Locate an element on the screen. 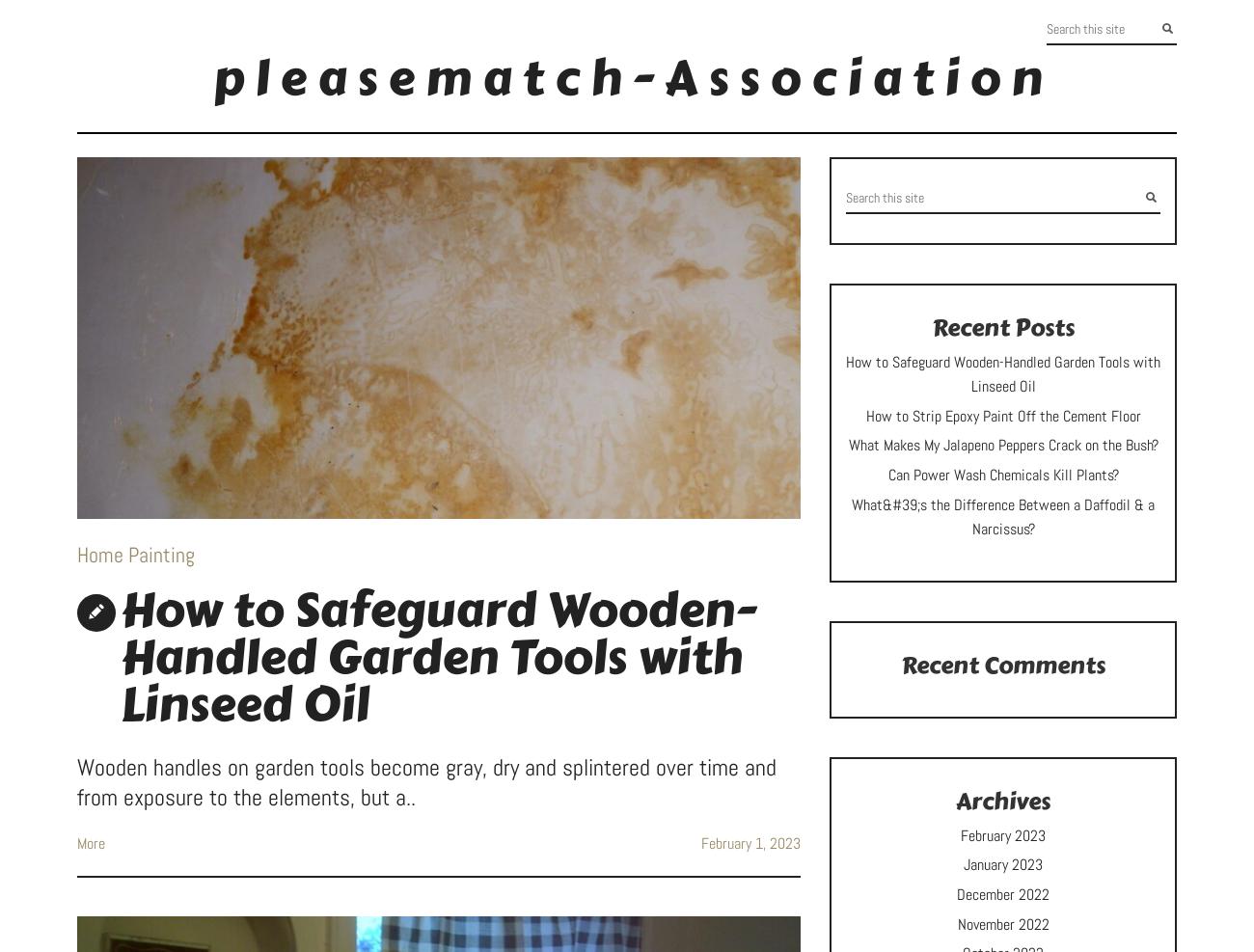 This screenshot has height=952, width=1254. 'What Makes My Jalapeno Peppers Crack on the Bush?' is located at coordinates (1002, 444).